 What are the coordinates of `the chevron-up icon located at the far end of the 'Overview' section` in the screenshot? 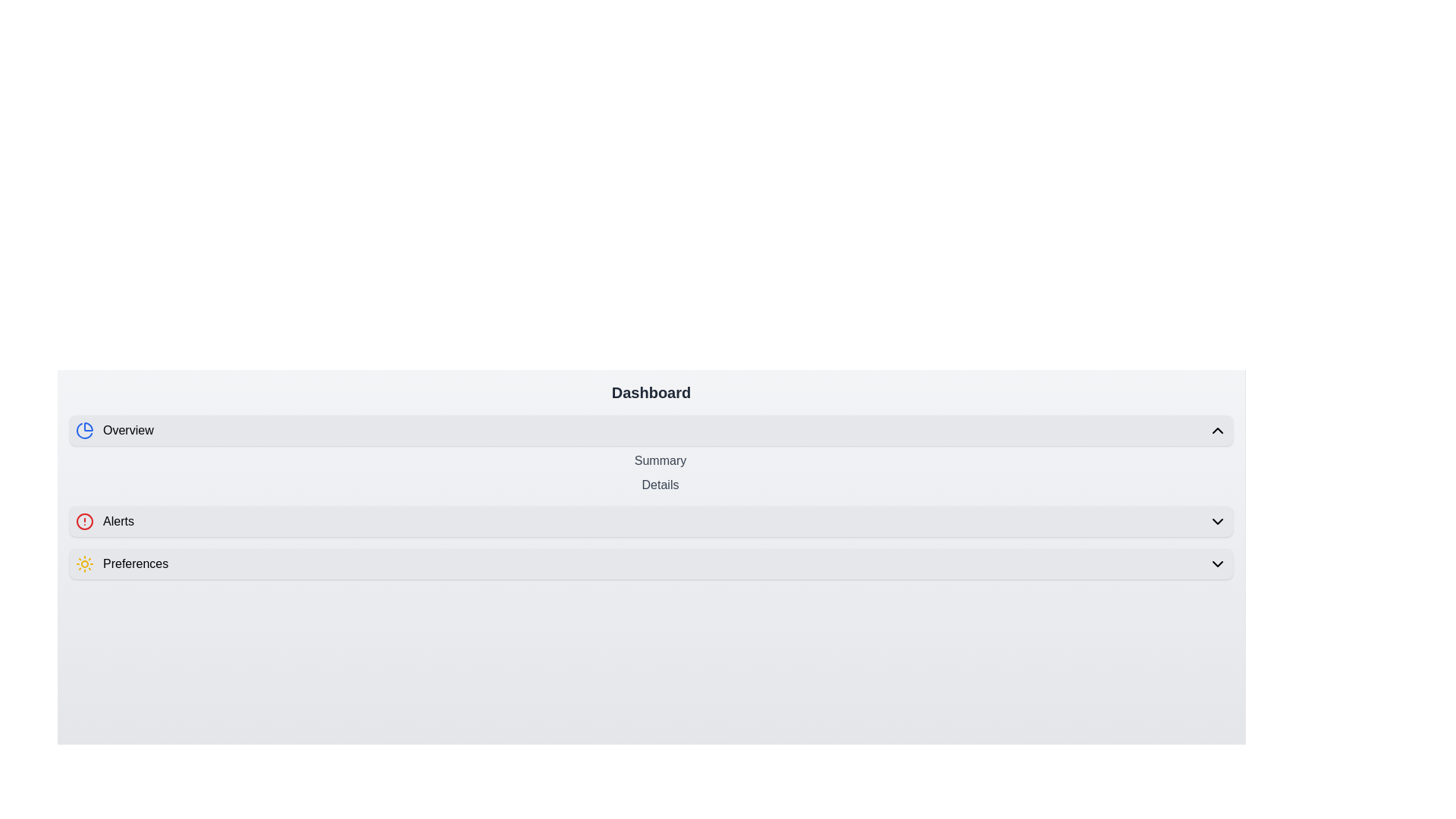 It's located at (1218, 430).